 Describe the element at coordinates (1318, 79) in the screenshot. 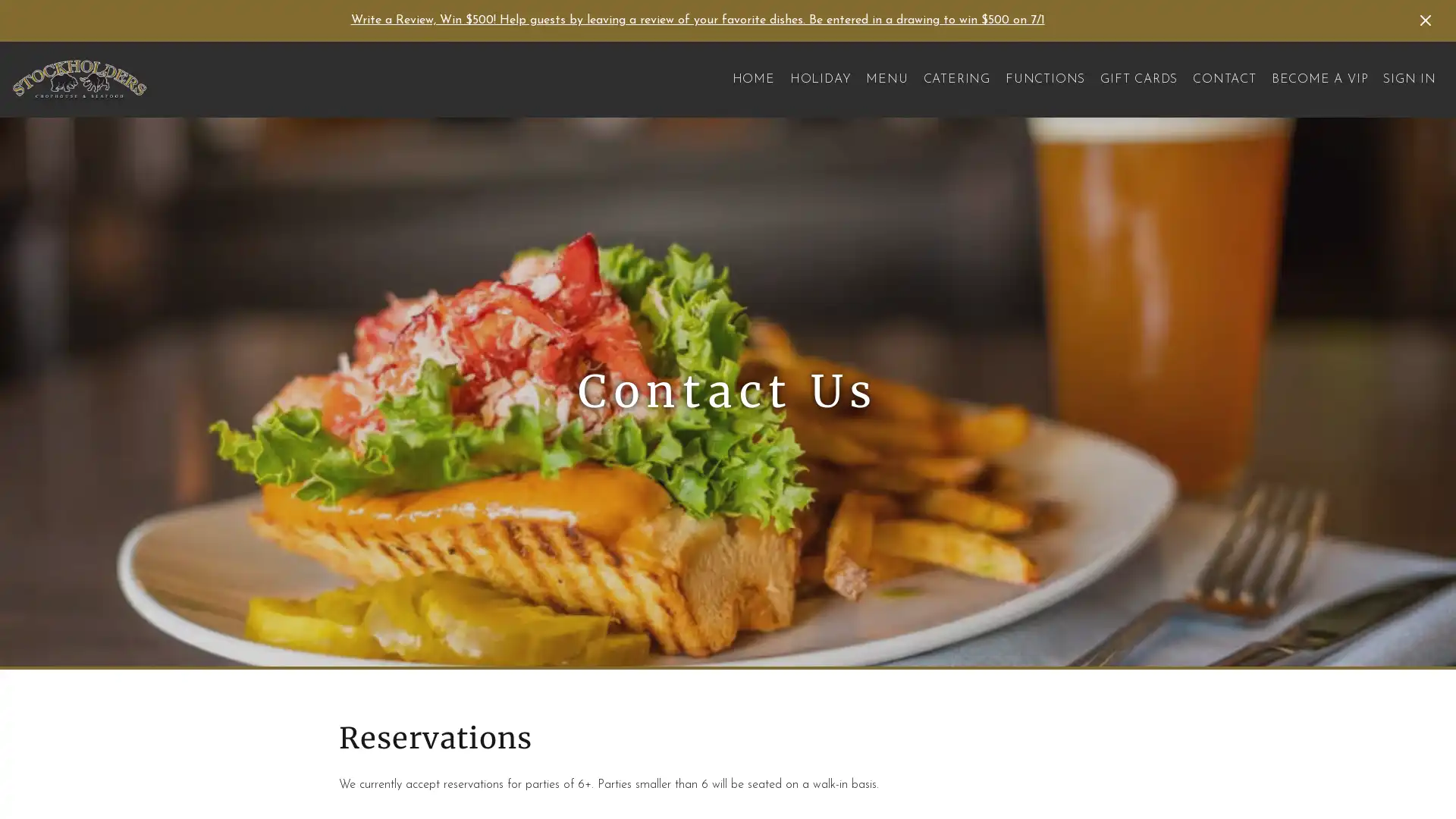

I see `BECOME A VIP` at that location.